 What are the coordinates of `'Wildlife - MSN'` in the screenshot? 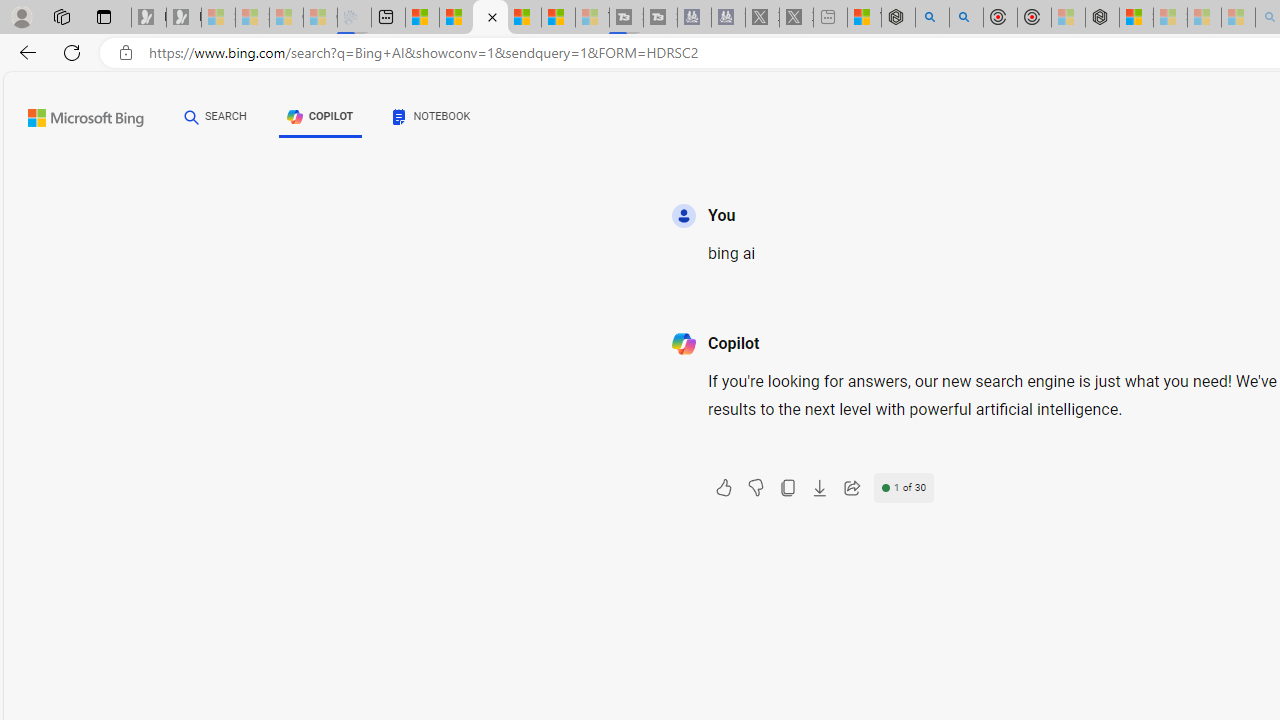 It's located at (864, 17).